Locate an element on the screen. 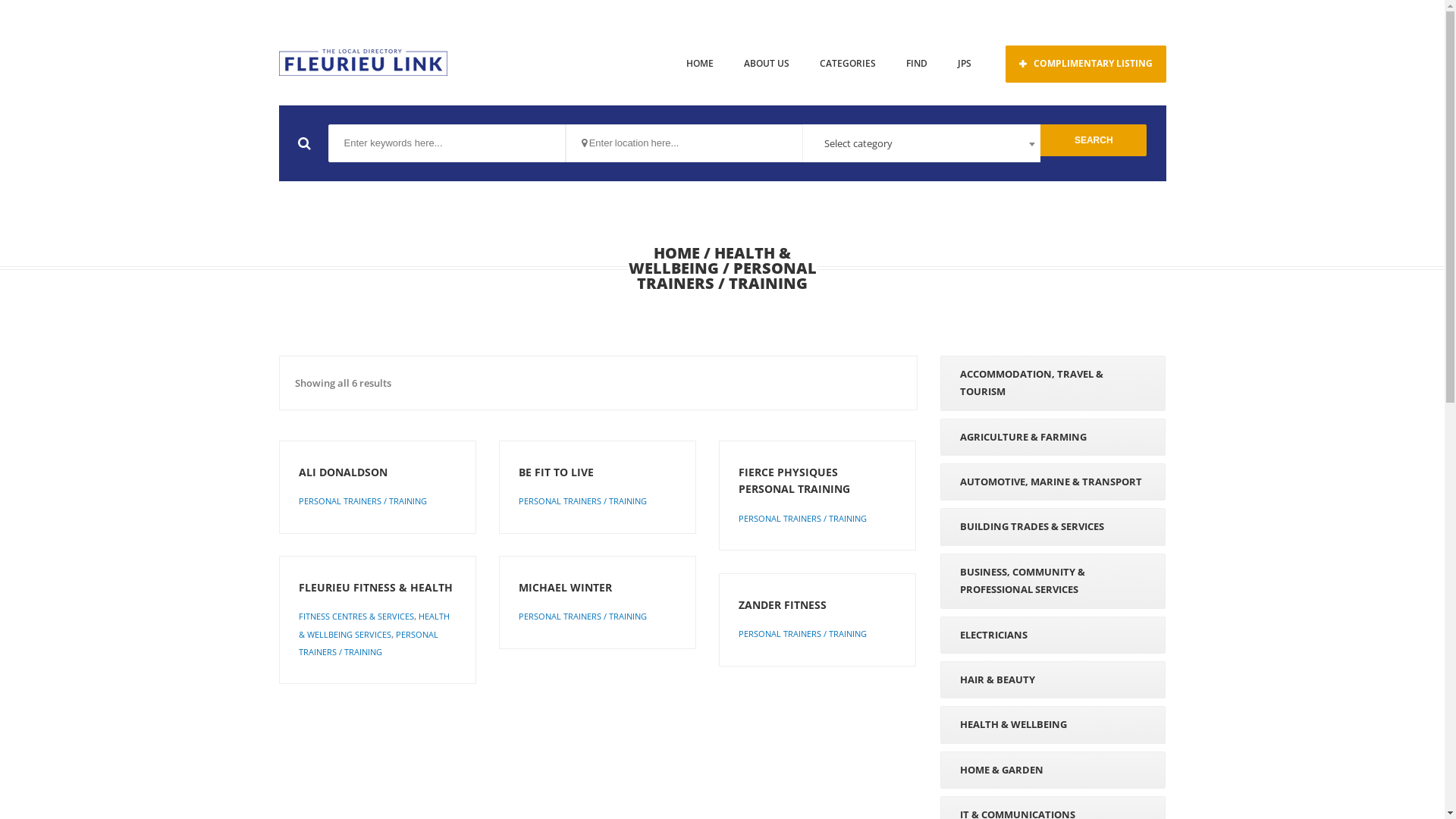  'COMPLIMENTARY LISTING' is located at coordinates (1084, 63).